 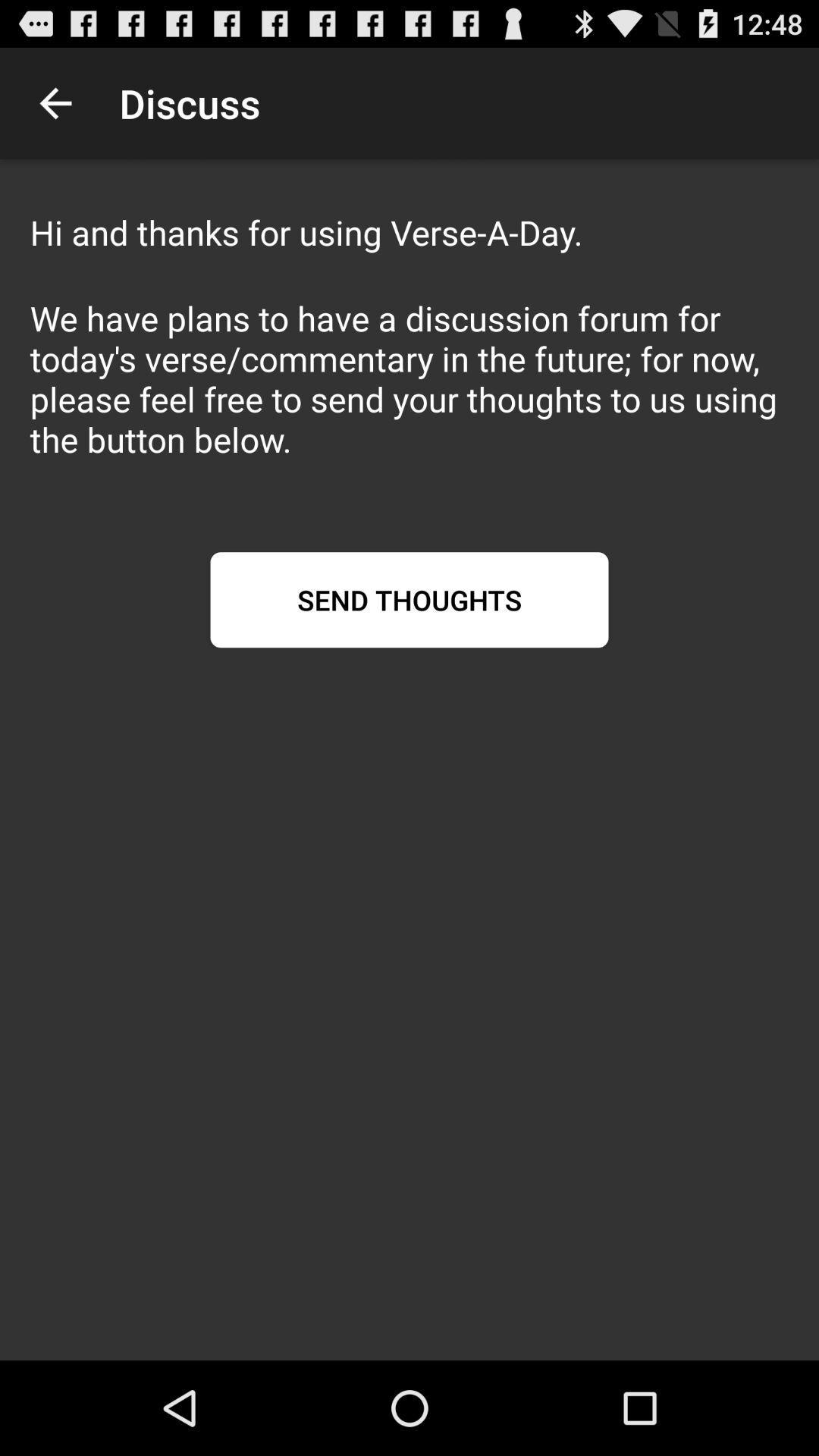 I want to click on app to the left of discuss item, so click(x=55, y=102).